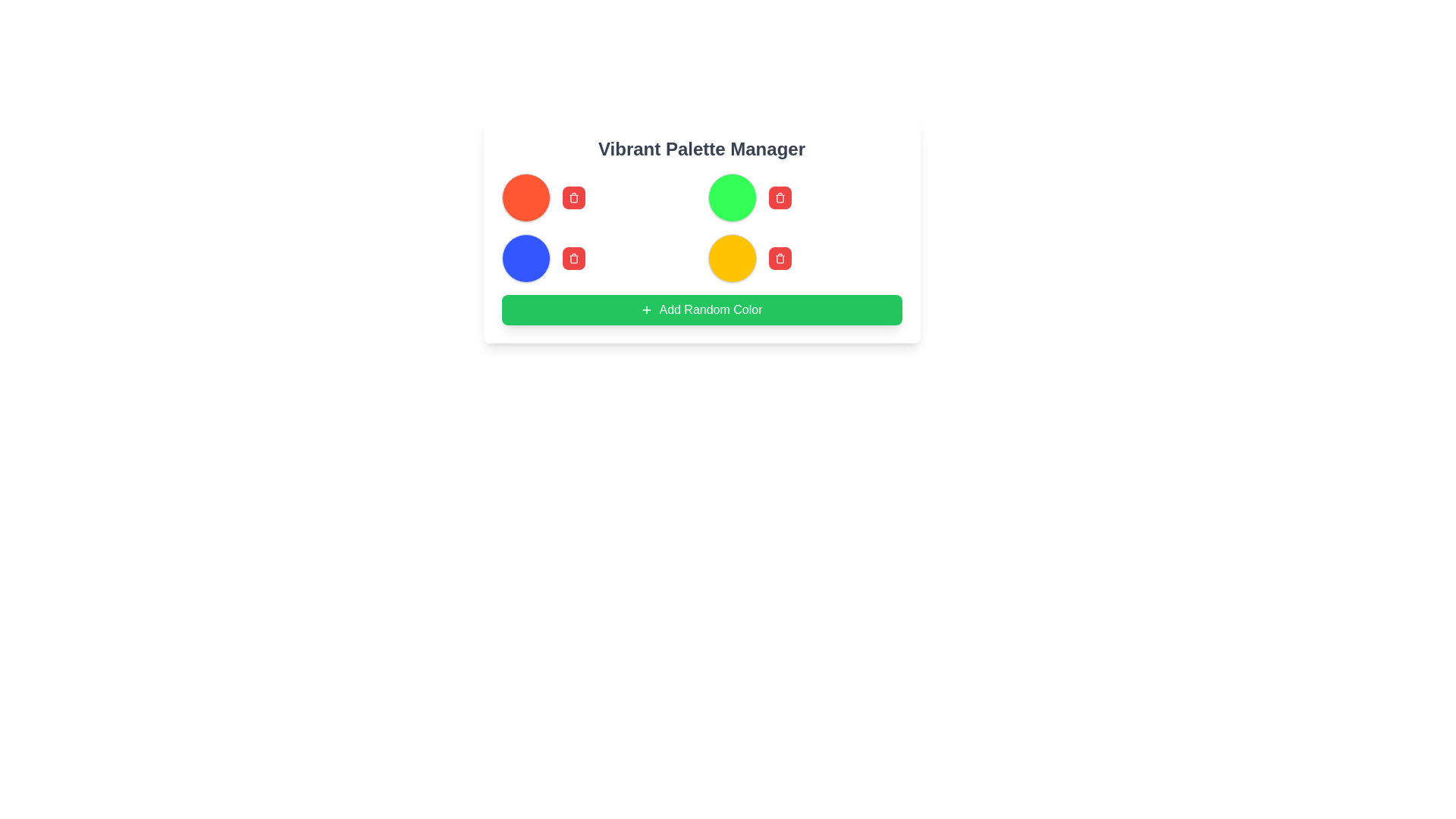 This screenshot has width=1456, height=819. What do you see at coordinates (780, 197) in the screenshot?
I see `the red rounded rectangle button with a white trash can icon` at bounding box center [780, 197].